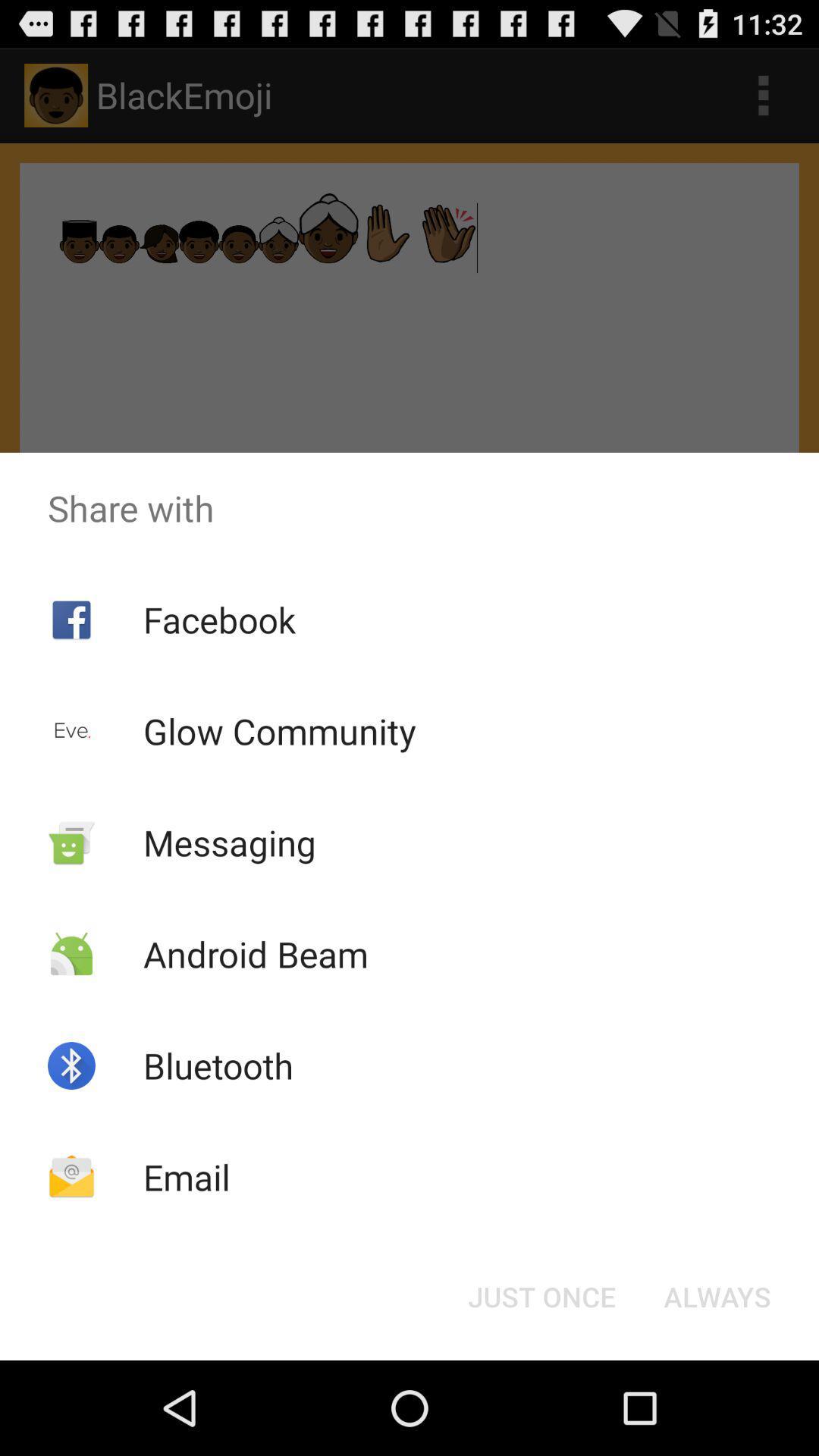  Describe the element at coordinates (717, 1295) in the screenshot. I see `item below share with item` at that location.